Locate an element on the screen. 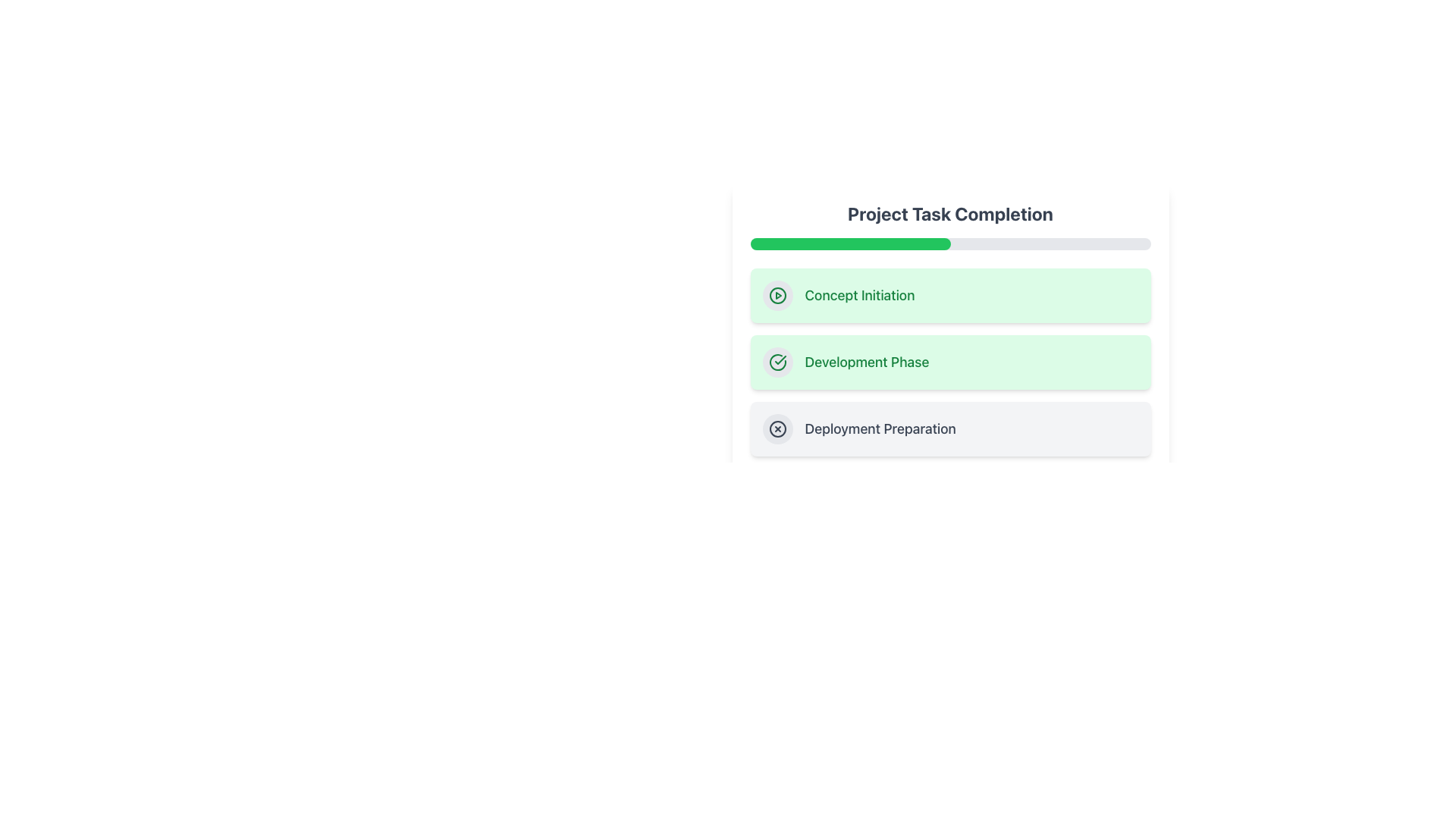 This screenshot has width=1456, height=819. the visual representation of the progress bar indicating 50% completion, located directly below the heading 'Project Task Completion' is located at coordinates (949, 243).